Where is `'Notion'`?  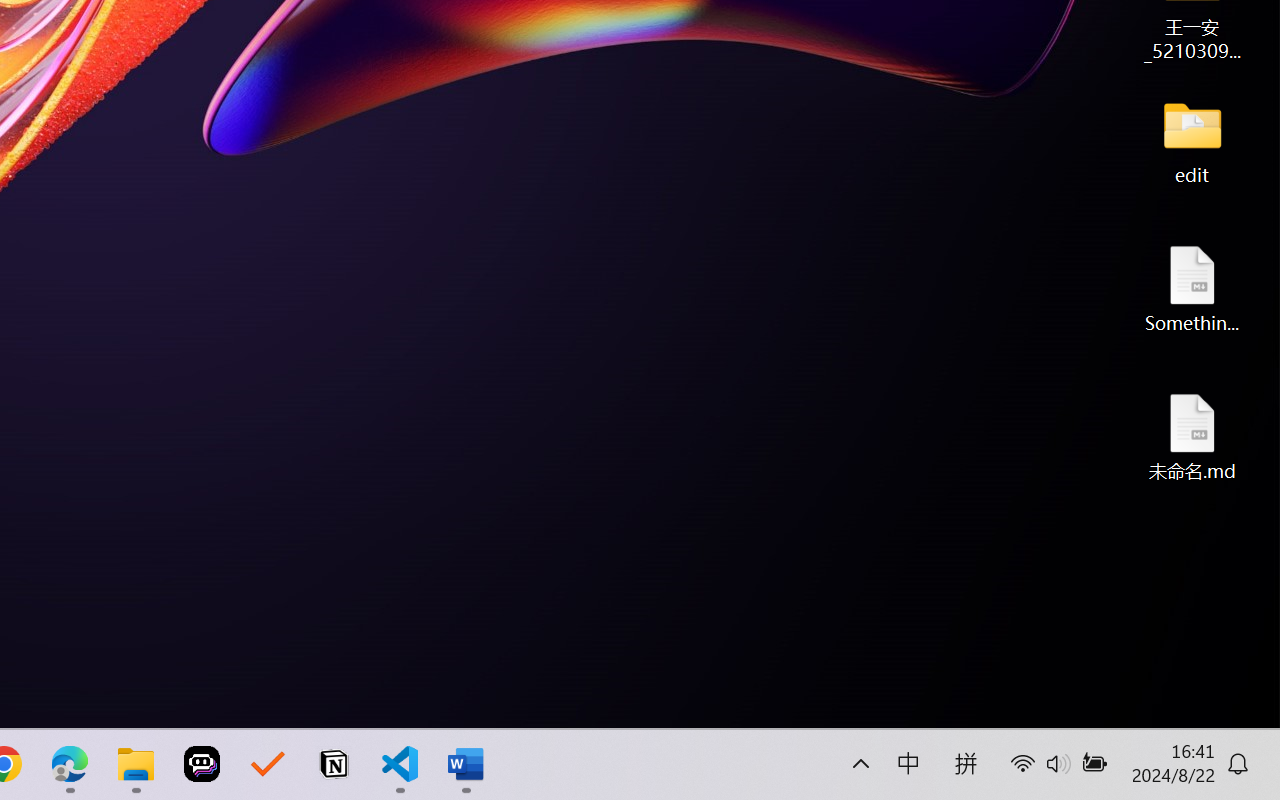 'Notion' is located at coordinates (334, 764).